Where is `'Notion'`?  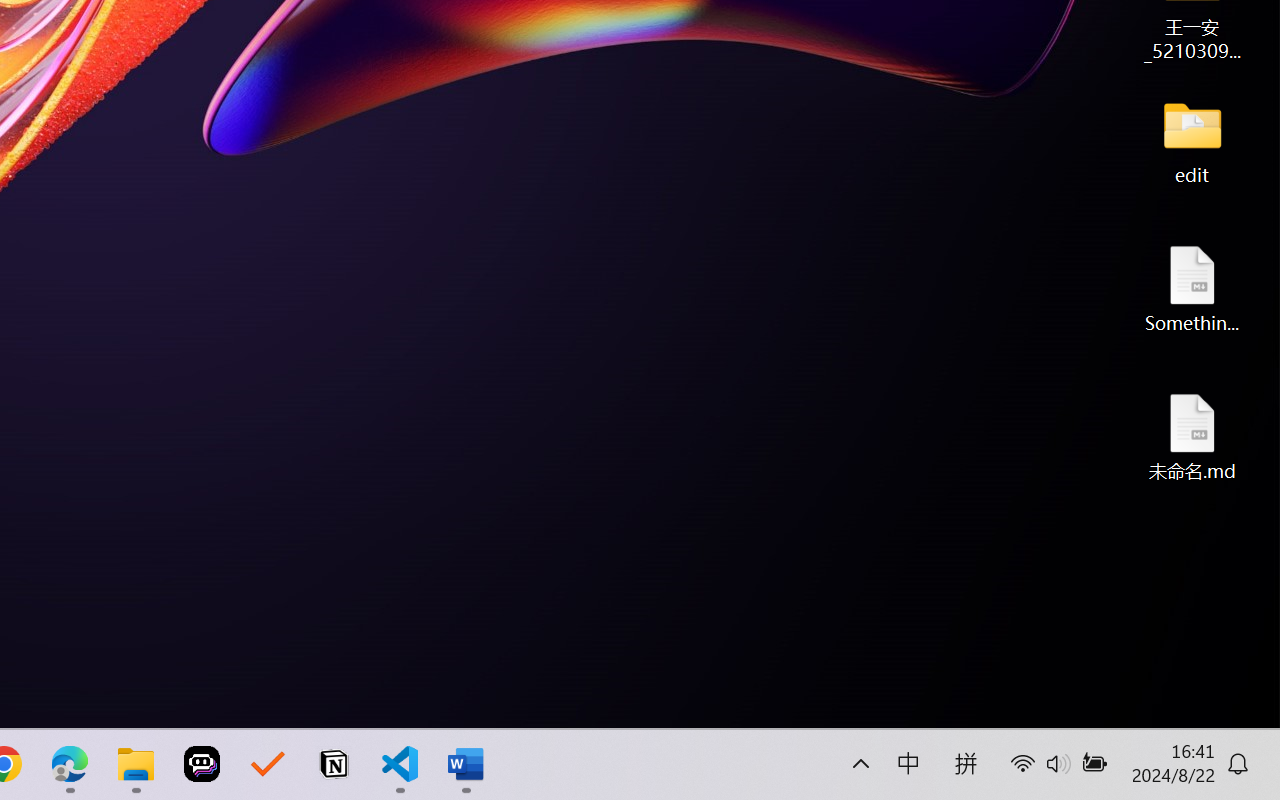 'Notion' is located at coordinates (334, 764).